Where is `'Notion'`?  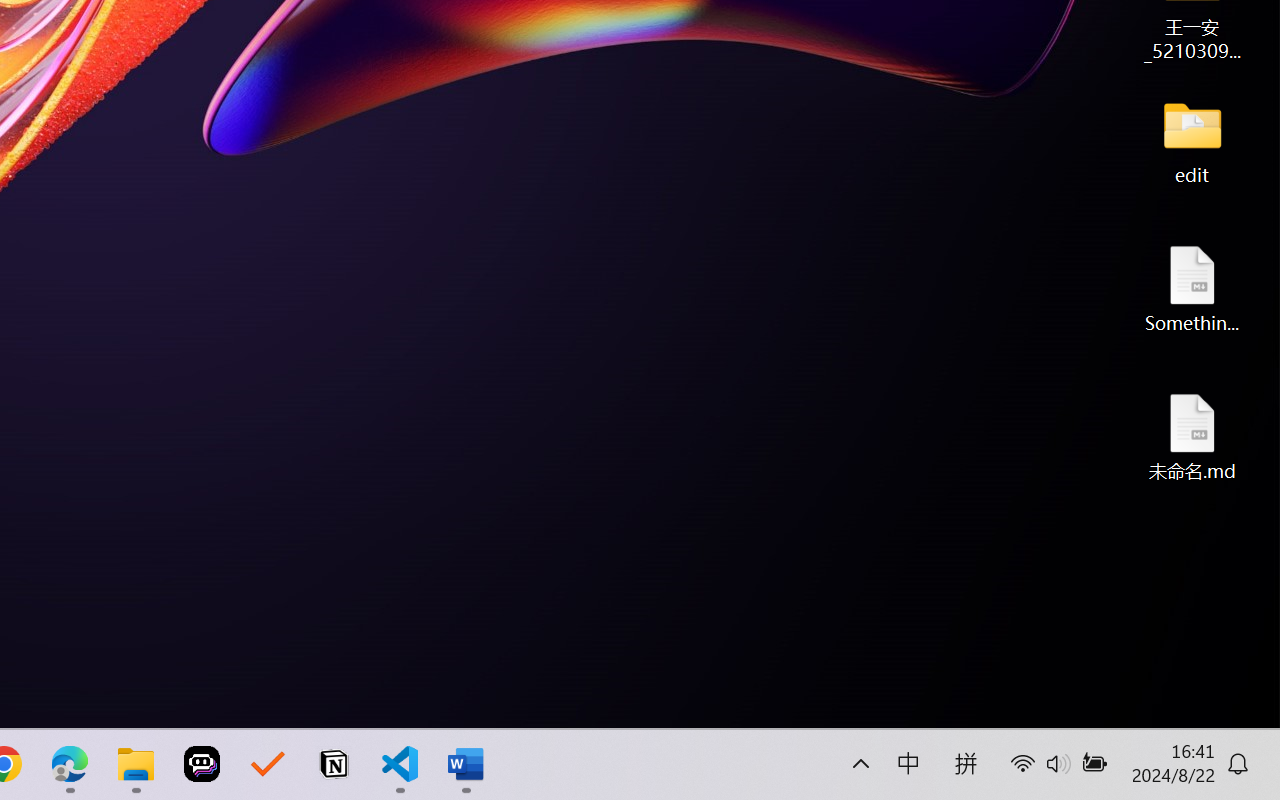 'Notion' is located at coordinates (334, 764).